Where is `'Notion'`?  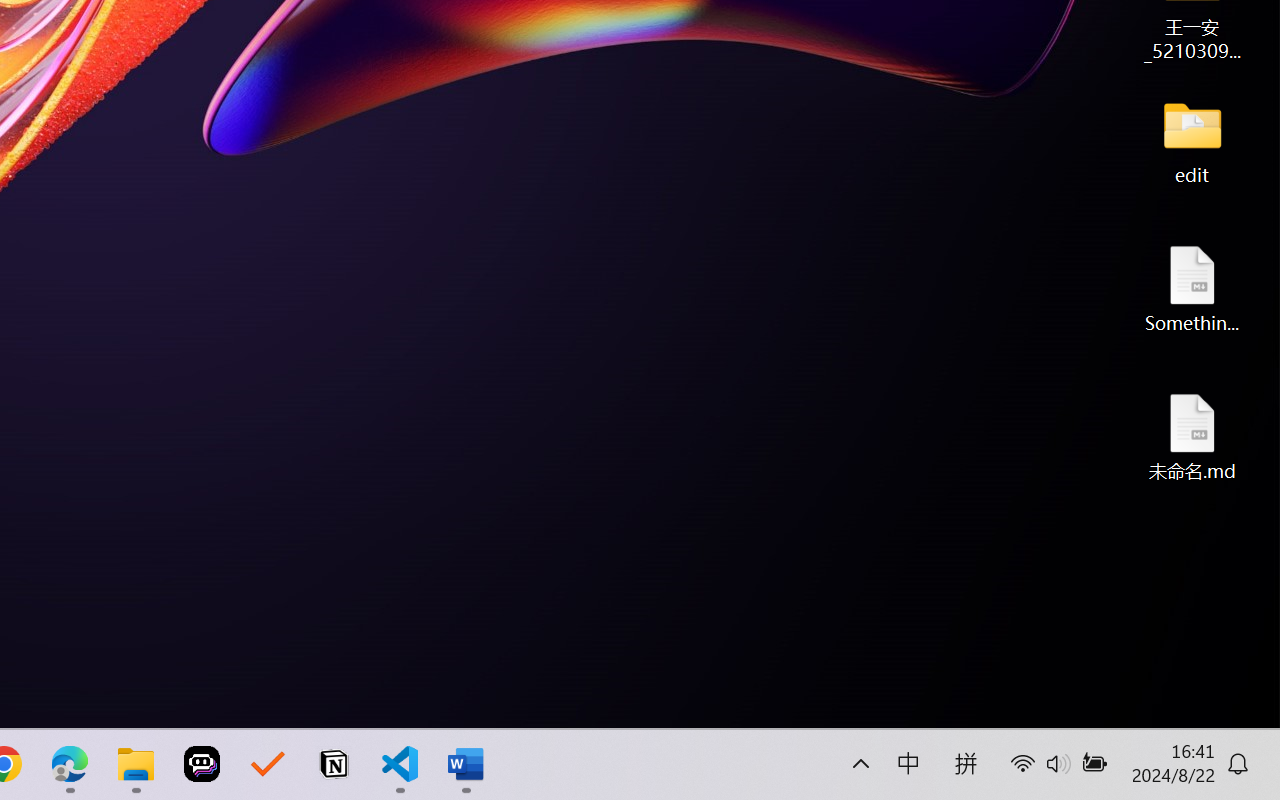 'Notion' is located at coordinates (334, 764).